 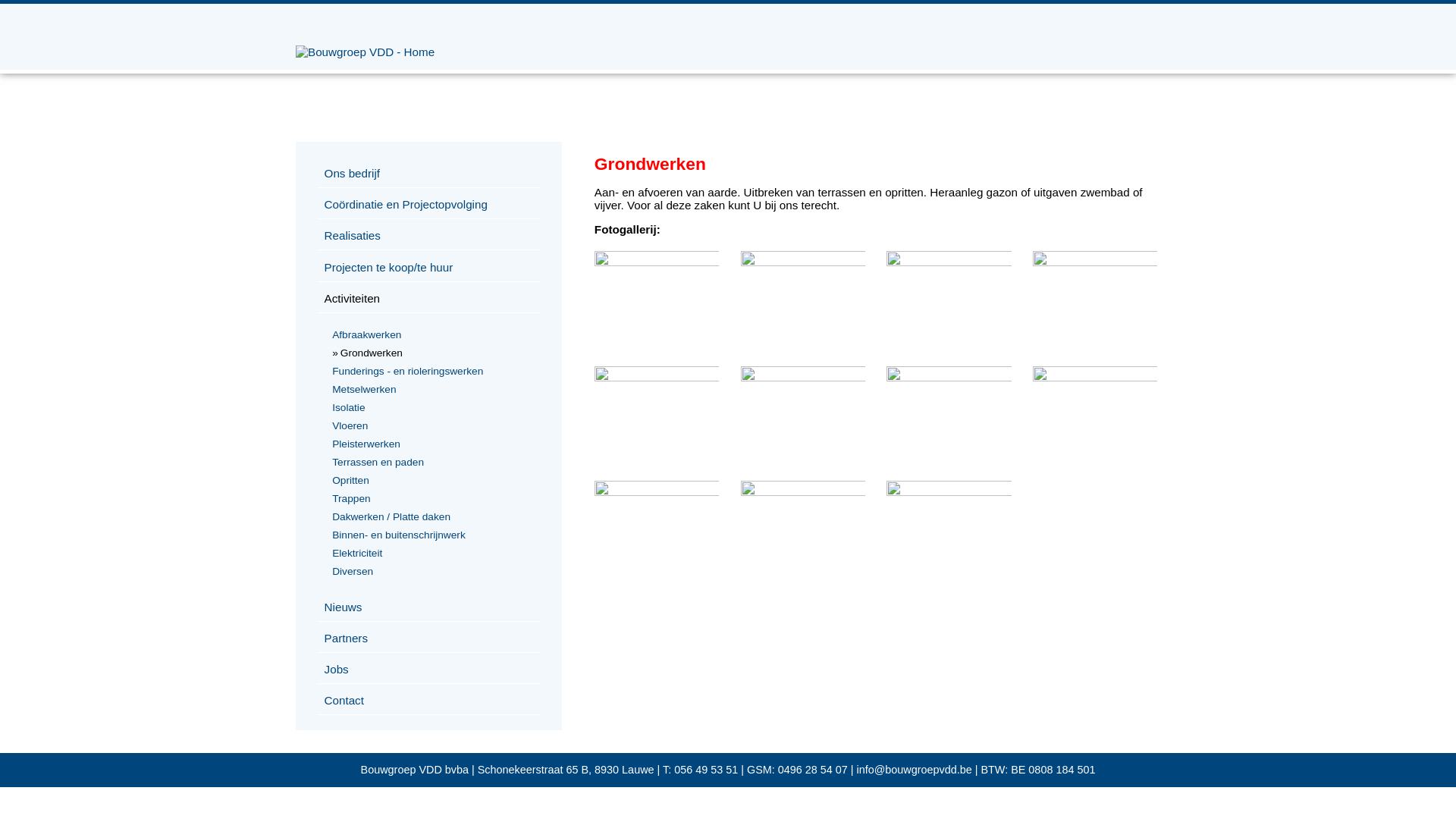 I want to click on 'Partners', so click(x=315, y=638).